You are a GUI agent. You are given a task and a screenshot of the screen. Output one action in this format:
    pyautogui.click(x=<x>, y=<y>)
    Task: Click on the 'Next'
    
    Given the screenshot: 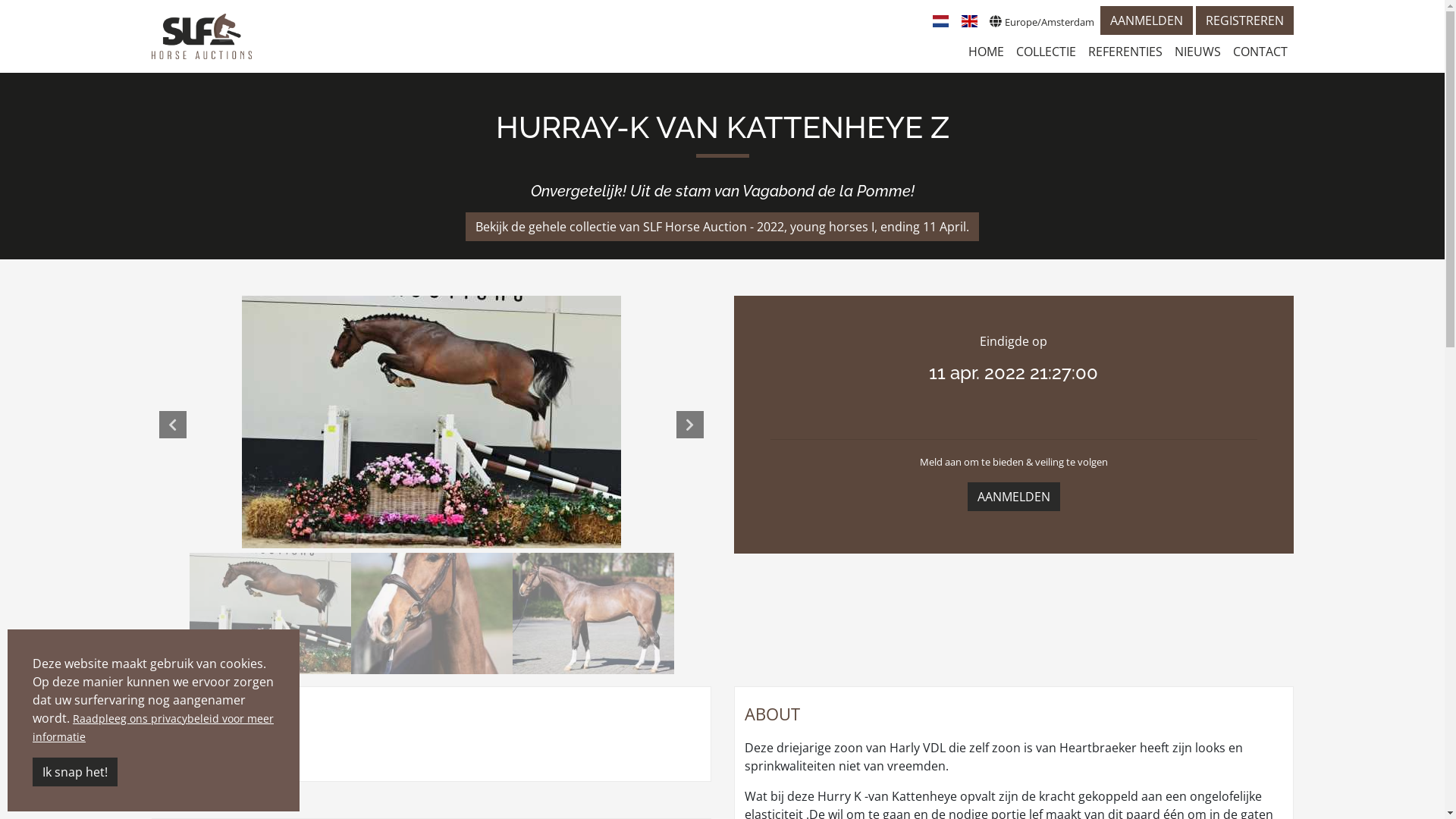 What is the action you would take?
    pyautogui.click(x=689, y=424)
    